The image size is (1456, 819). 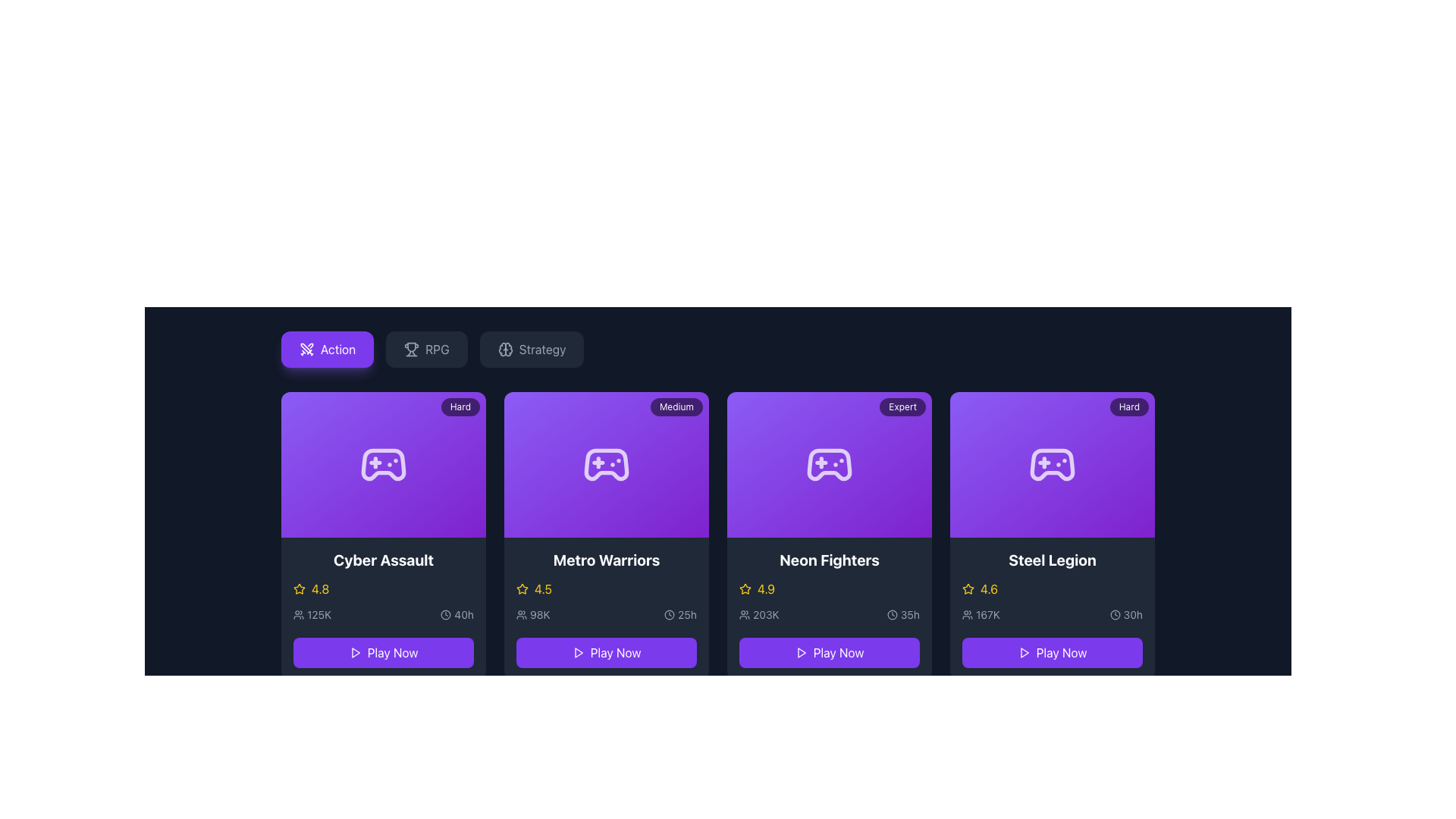 I want to click on the 'Expert' label/tag, which is a small pill-shaped tag with white text on a dark semi-transparent background, located in the top-right corner of the 'Neon Fighters' card, so click(x=902, y=406).